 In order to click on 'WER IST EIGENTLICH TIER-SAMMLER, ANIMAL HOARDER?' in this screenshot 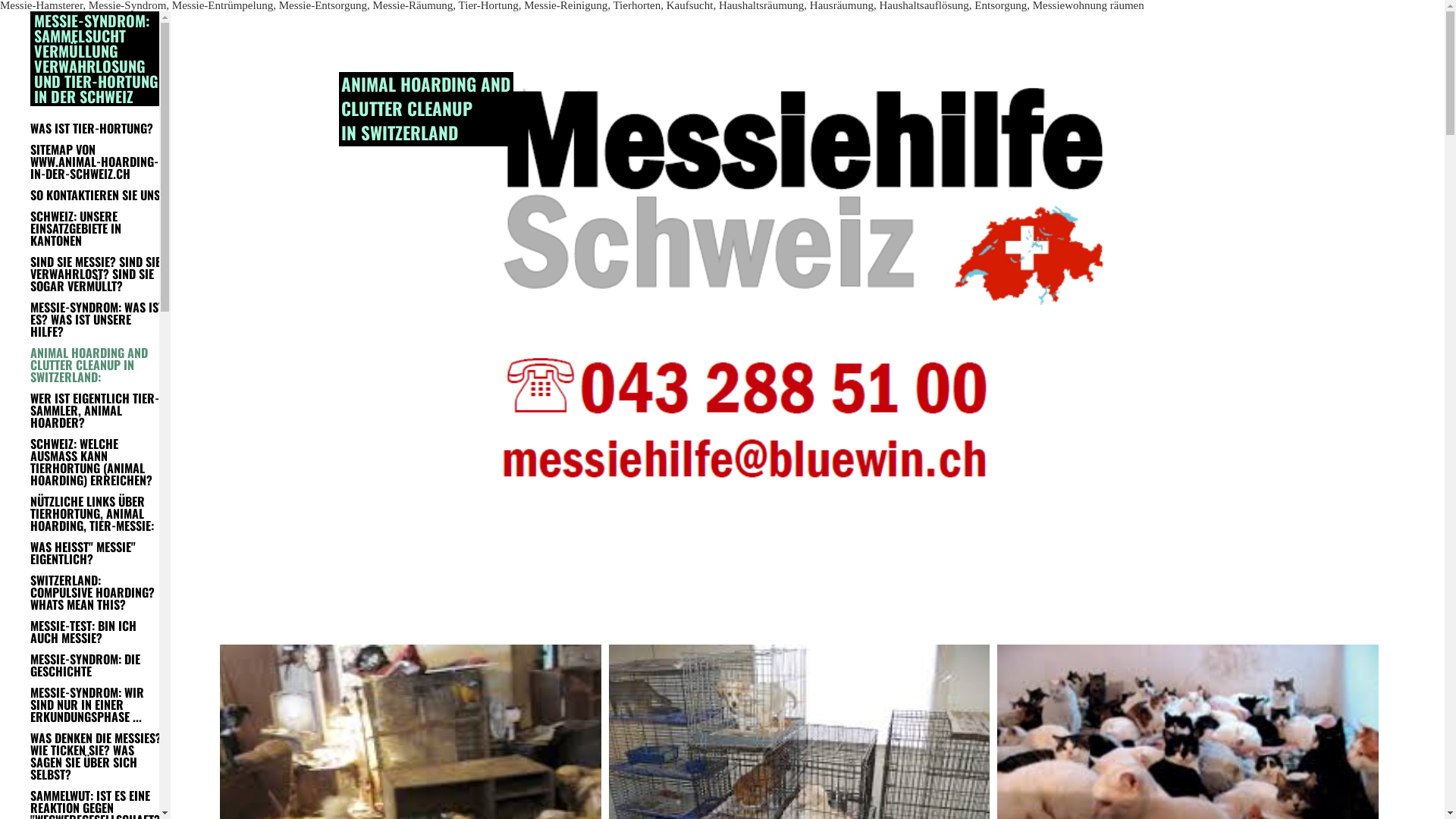, I will do `click(30, 409)`.